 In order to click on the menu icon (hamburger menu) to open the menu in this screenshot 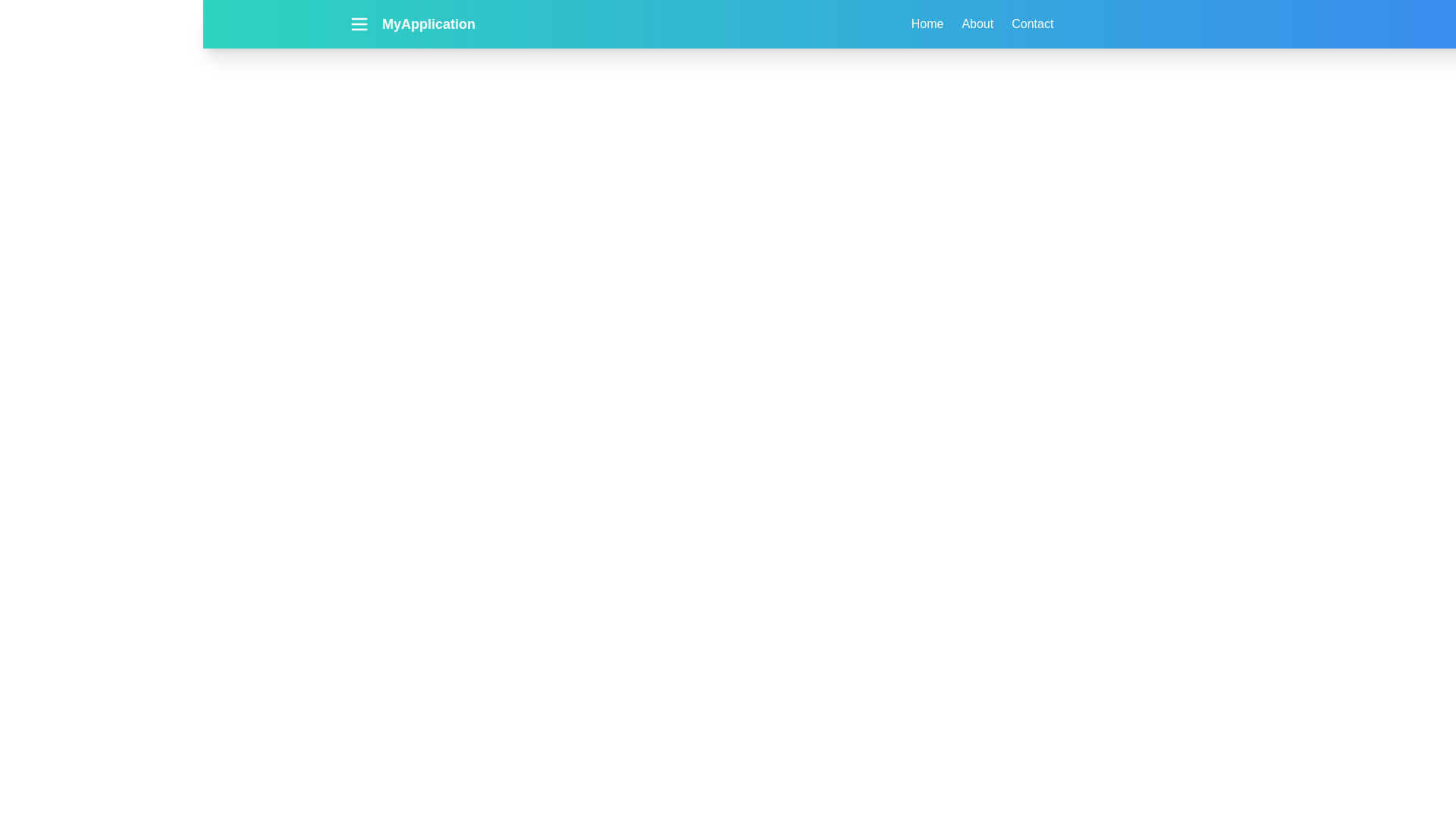, I will do `click(359, 24)`.